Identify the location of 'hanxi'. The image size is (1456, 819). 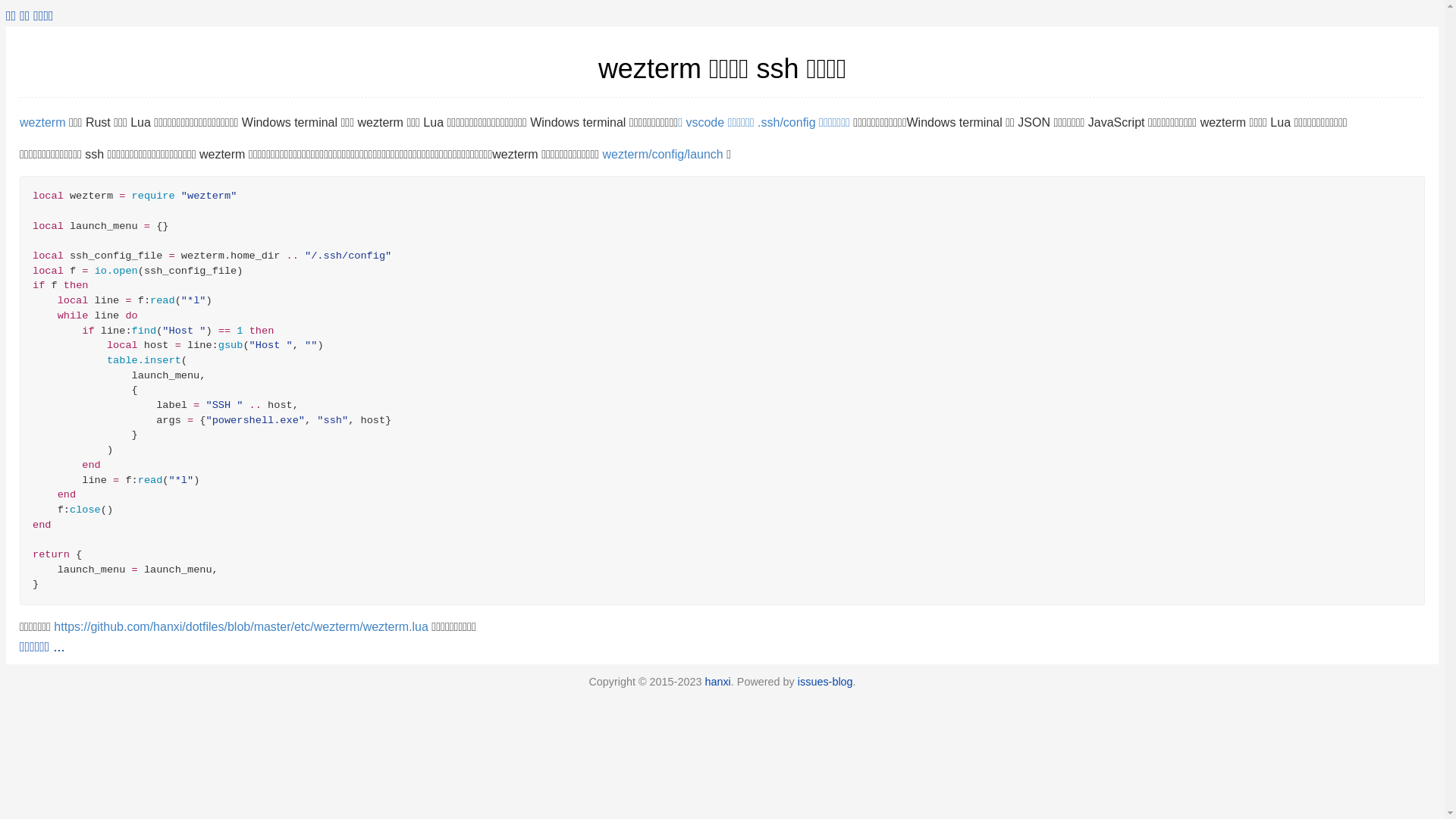
(716, 680).